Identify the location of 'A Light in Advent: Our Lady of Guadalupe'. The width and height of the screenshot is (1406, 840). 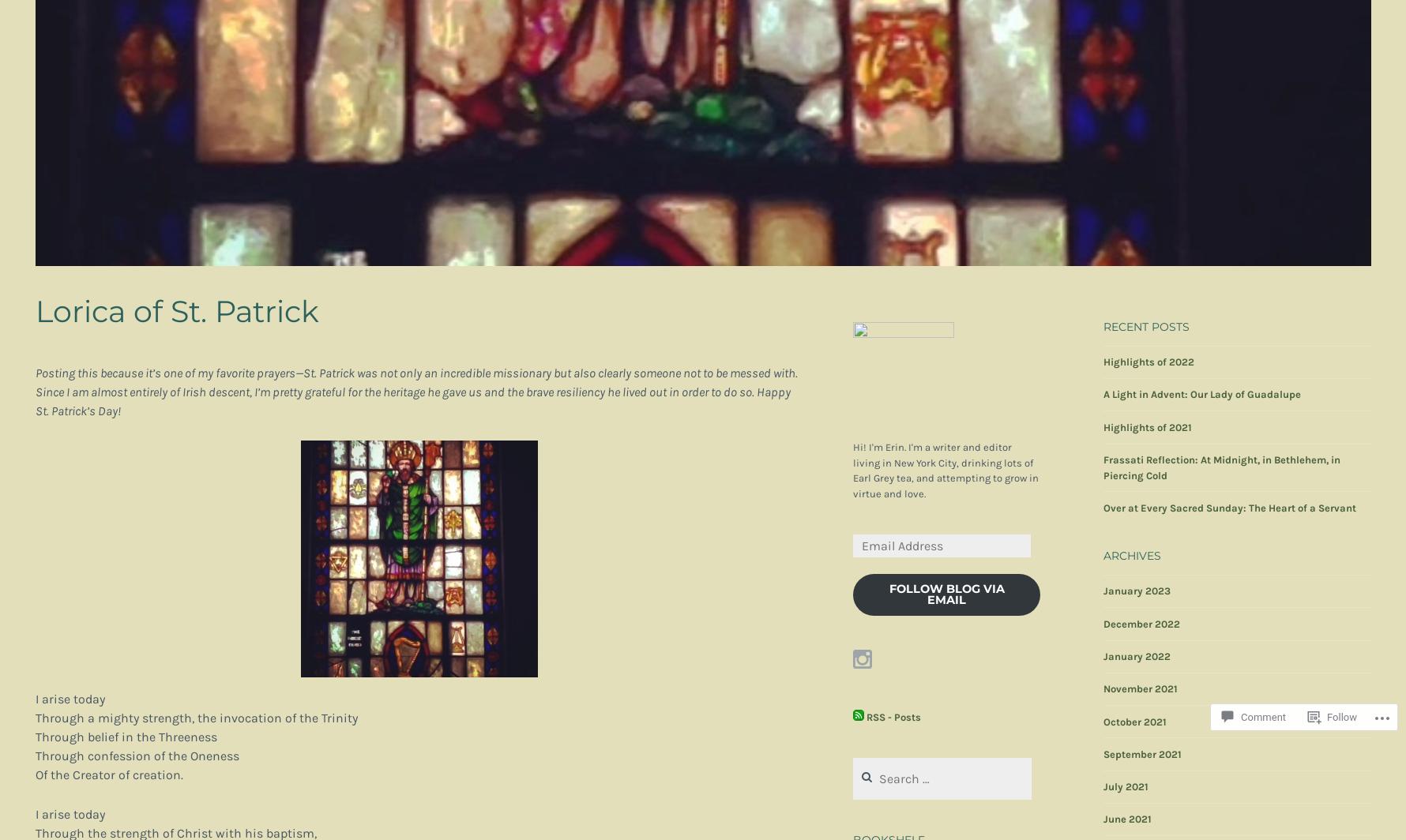
(1202, 394).